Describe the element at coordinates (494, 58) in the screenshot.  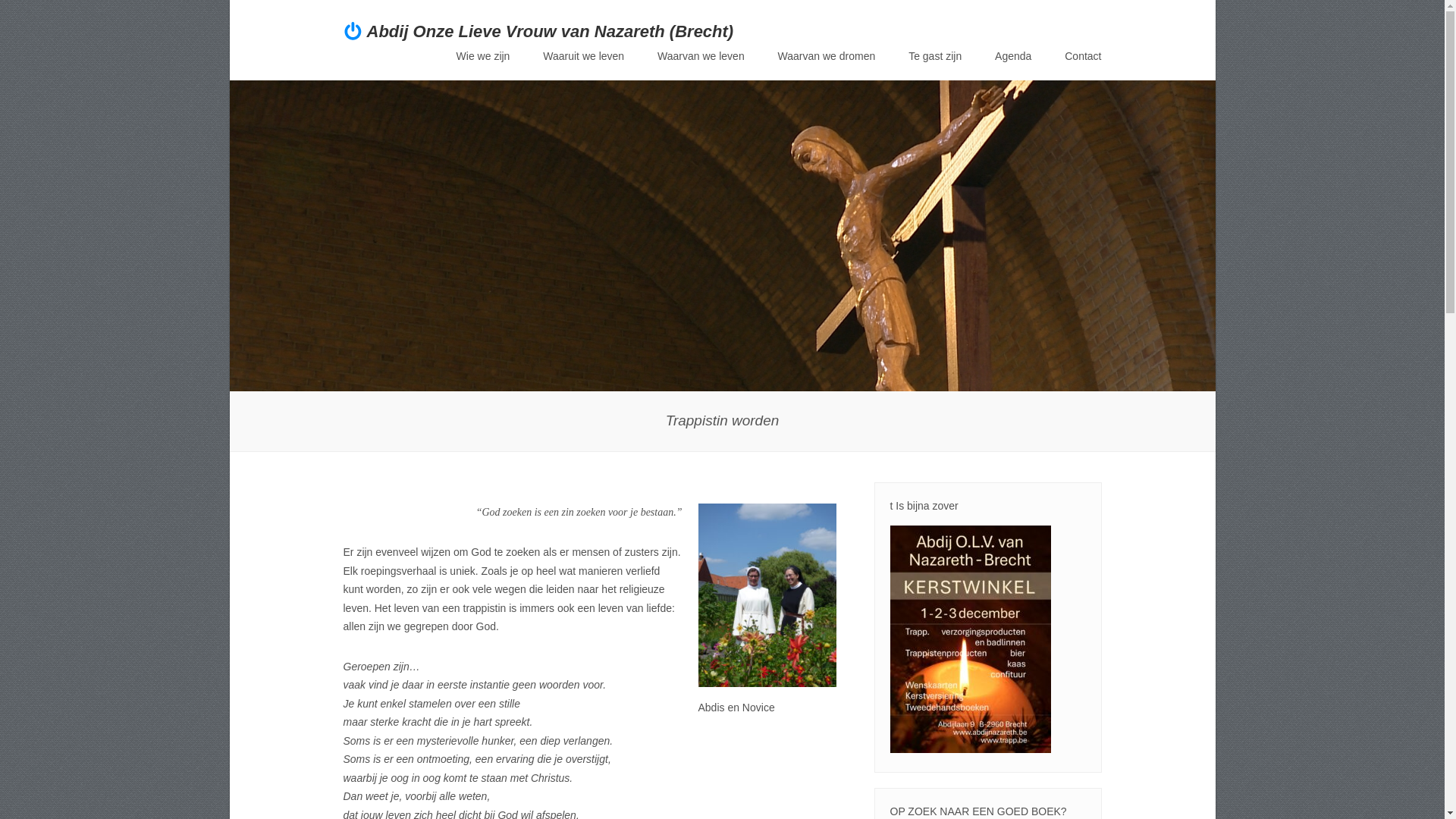
I see `'Skip to content'` at that location.